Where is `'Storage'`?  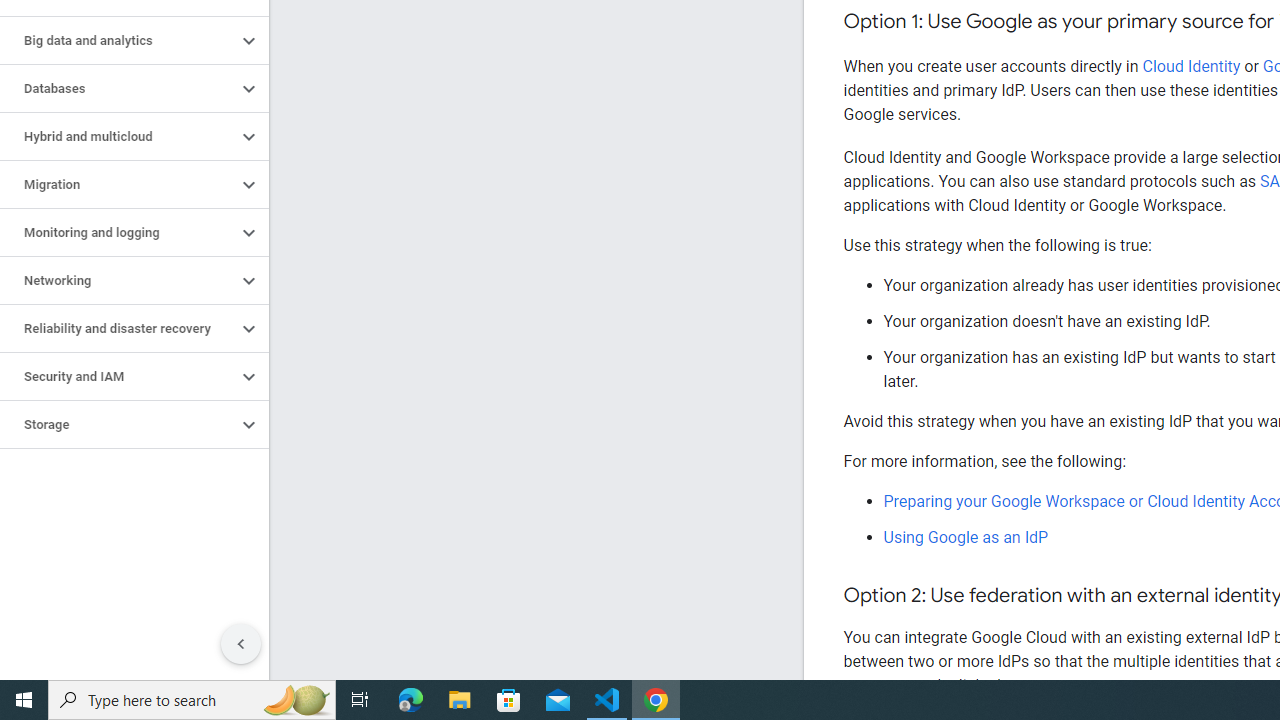
'Storage' is located at coordinates (117, 424).